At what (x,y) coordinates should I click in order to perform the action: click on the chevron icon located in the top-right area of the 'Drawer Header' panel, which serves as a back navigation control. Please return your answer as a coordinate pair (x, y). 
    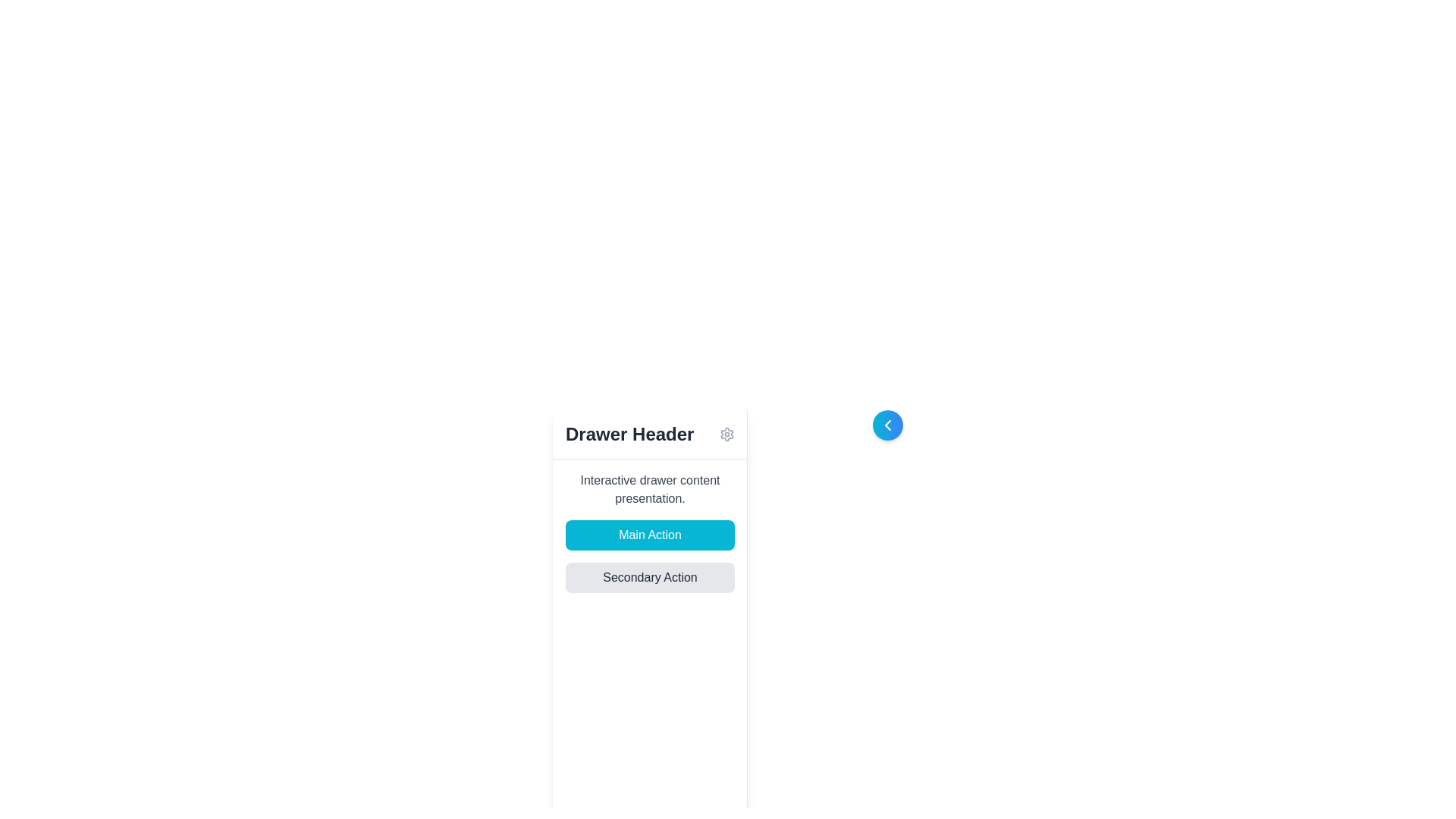
    Looking at the image, I should click on (887, 425).